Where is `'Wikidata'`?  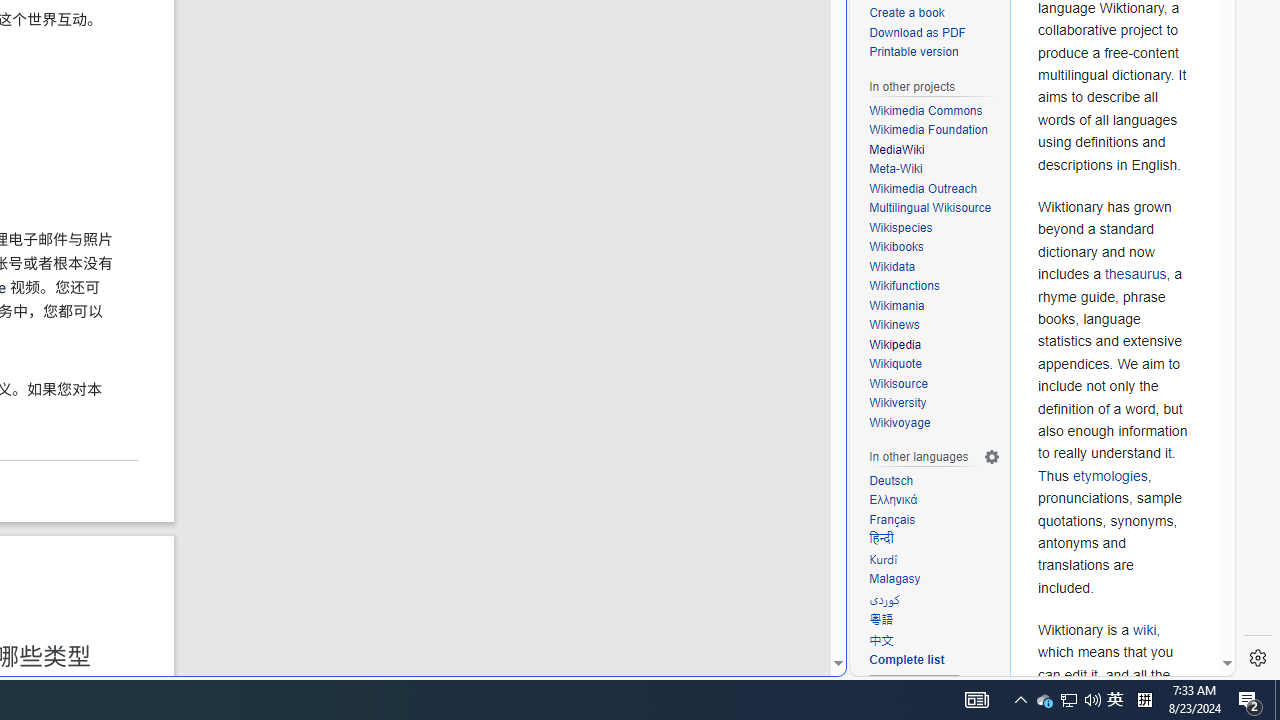 'Wikidata' is located at coordinates (891, 265).